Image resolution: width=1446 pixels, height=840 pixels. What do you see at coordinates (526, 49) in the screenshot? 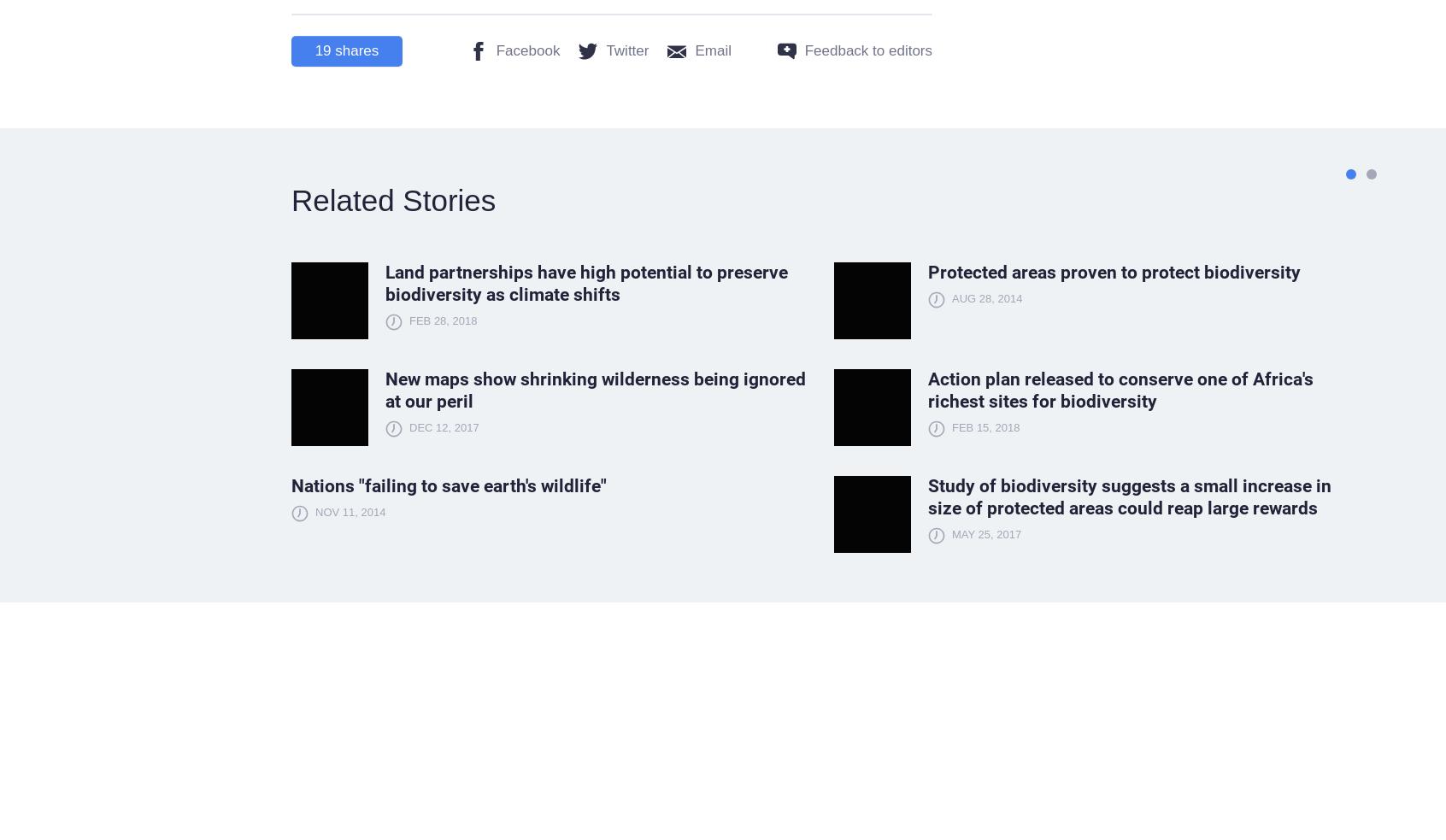
I see `'Facebook'` at bounding box center [526, 49].